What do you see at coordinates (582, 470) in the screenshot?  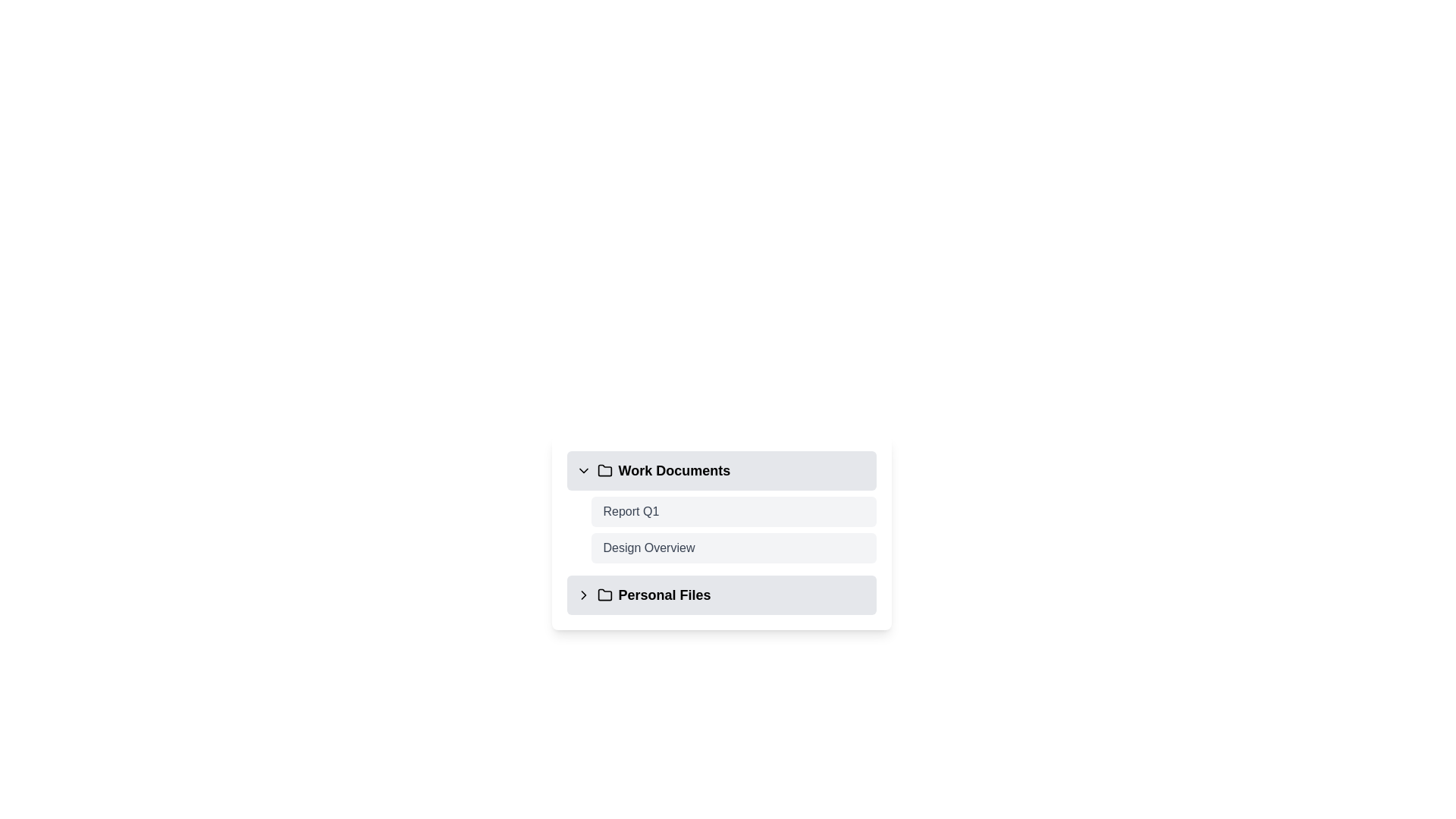 I see `the downward-facing chevron icon, which is located to the extreme left of the 'Work Documents' label` at bounding box center [582, 470].